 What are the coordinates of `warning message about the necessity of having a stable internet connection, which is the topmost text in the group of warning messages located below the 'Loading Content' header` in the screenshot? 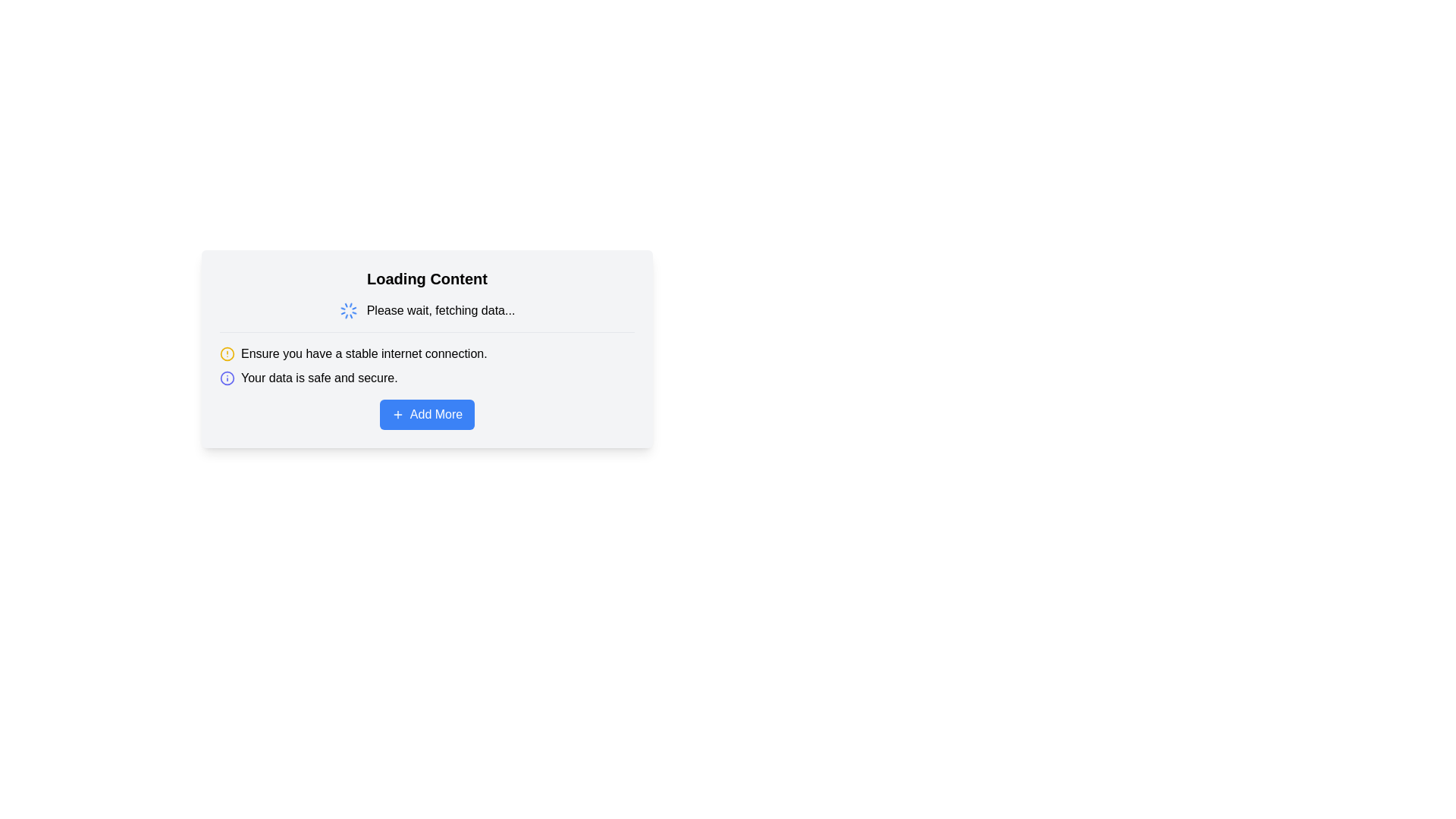 It's located at (353, 353).